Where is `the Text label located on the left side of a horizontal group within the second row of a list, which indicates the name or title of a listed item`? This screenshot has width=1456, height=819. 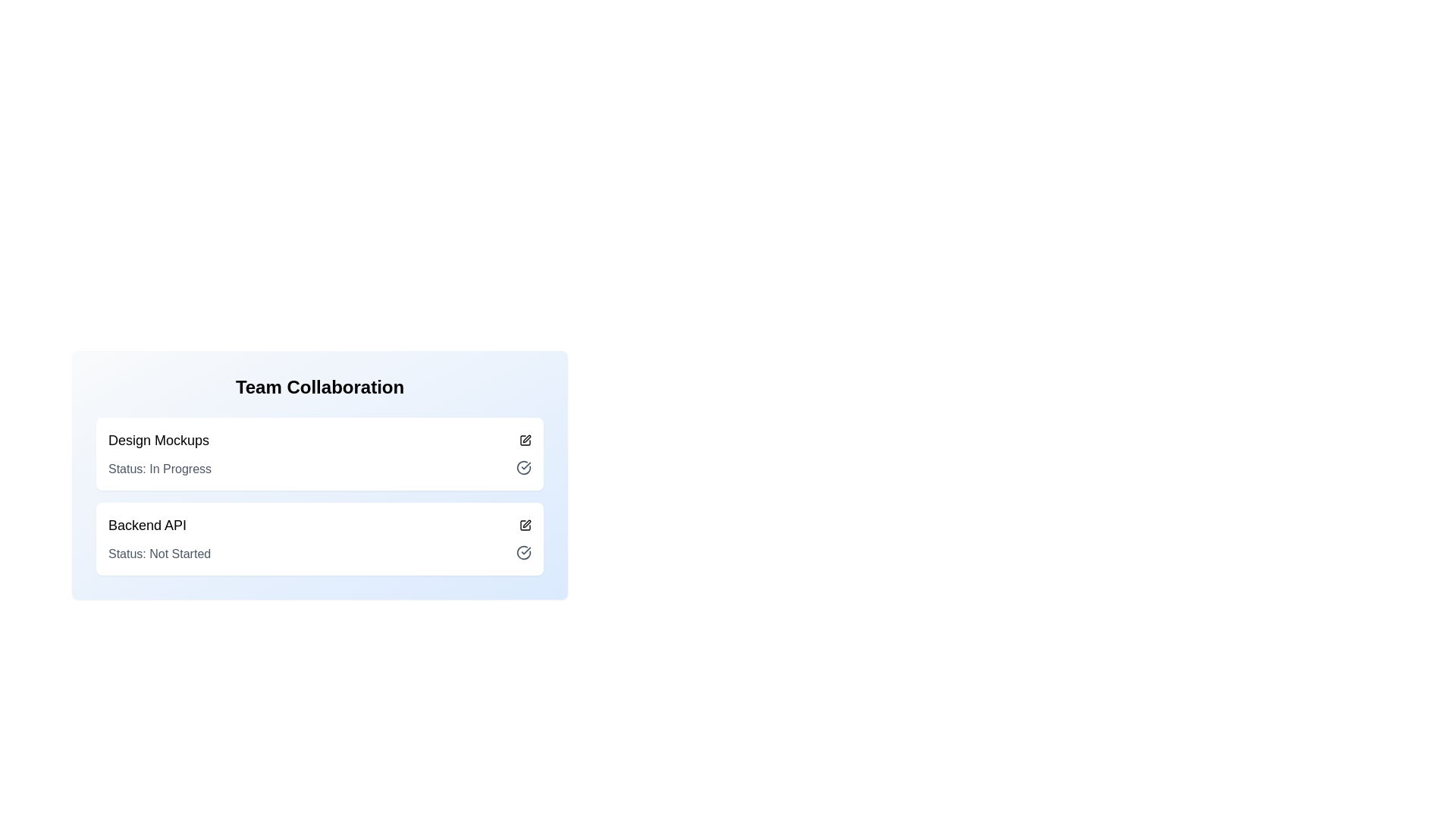
the Text label located on the left side of a horizontal group within the second row of a list, which indicates the name or title of a listed item is located at coordinates (147, 525).